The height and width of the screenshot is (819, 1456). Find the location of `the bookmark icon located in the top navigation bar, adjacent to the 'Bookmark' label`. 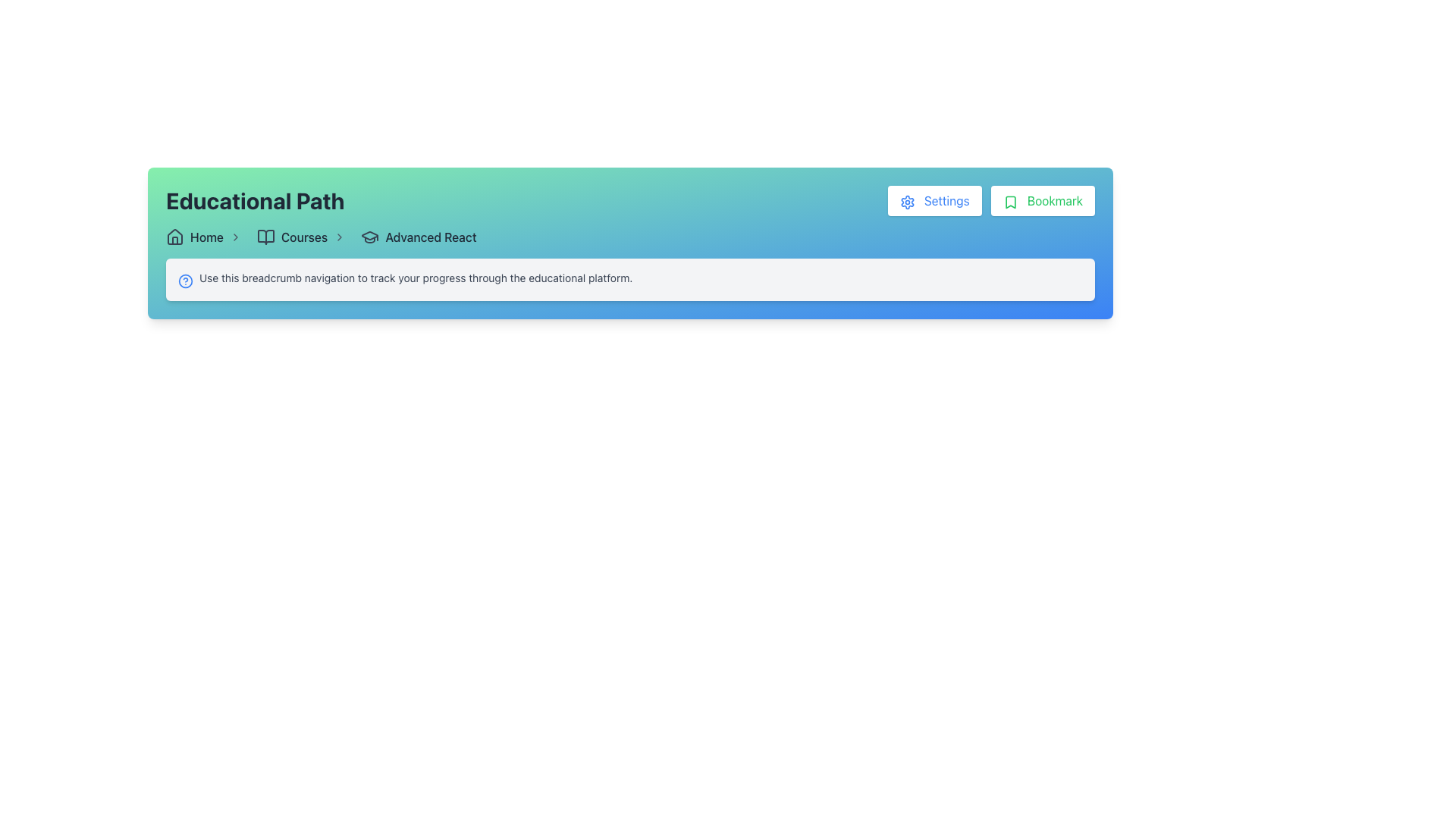

the bookmark icon located in the top navigation bar, adjacent to the 'Bookmark' label is located at coordinates (1010, 201).